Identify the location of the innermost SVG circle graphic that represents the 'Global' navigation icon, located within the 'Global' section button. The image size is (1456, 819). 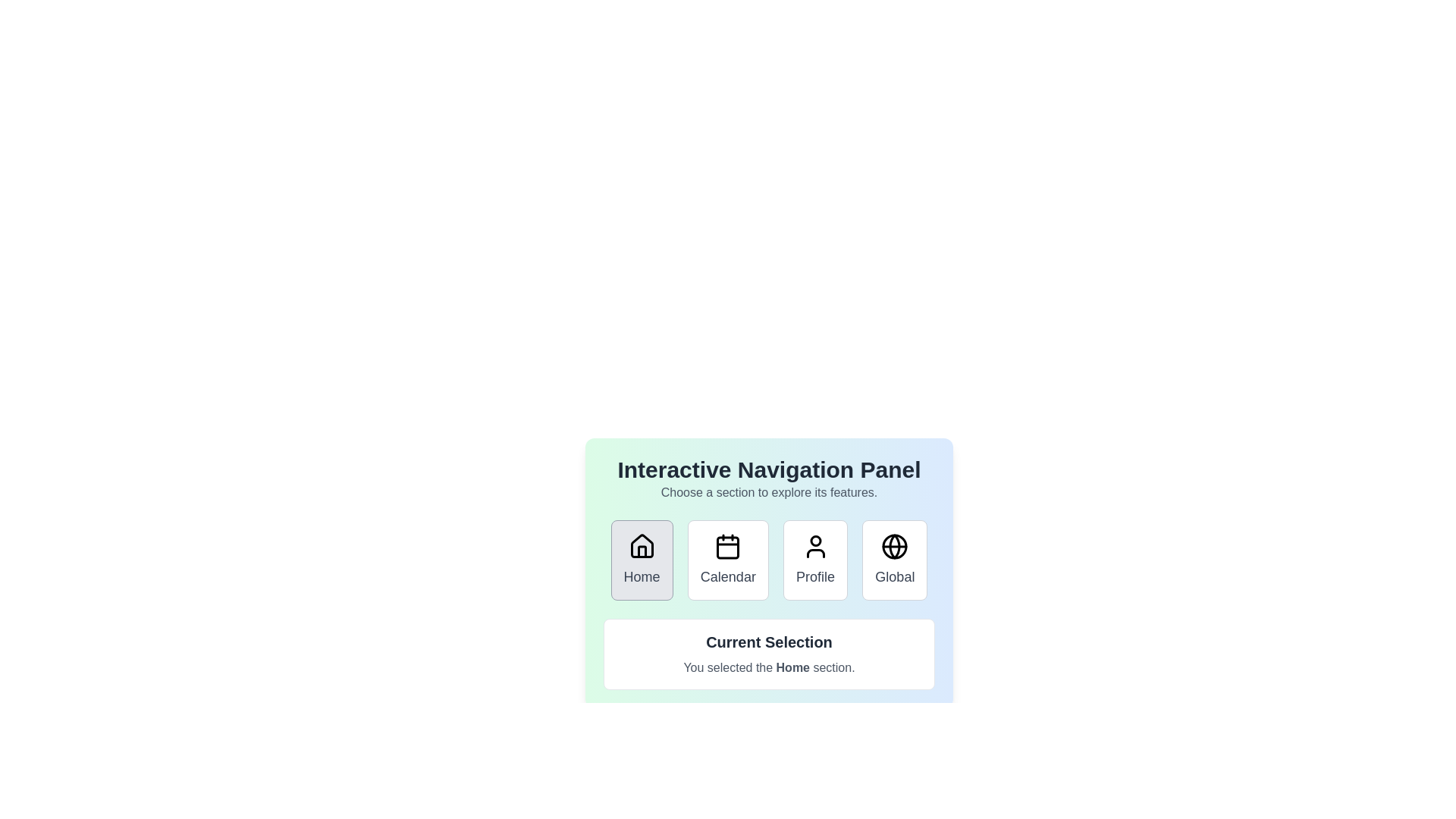
(895, 547).